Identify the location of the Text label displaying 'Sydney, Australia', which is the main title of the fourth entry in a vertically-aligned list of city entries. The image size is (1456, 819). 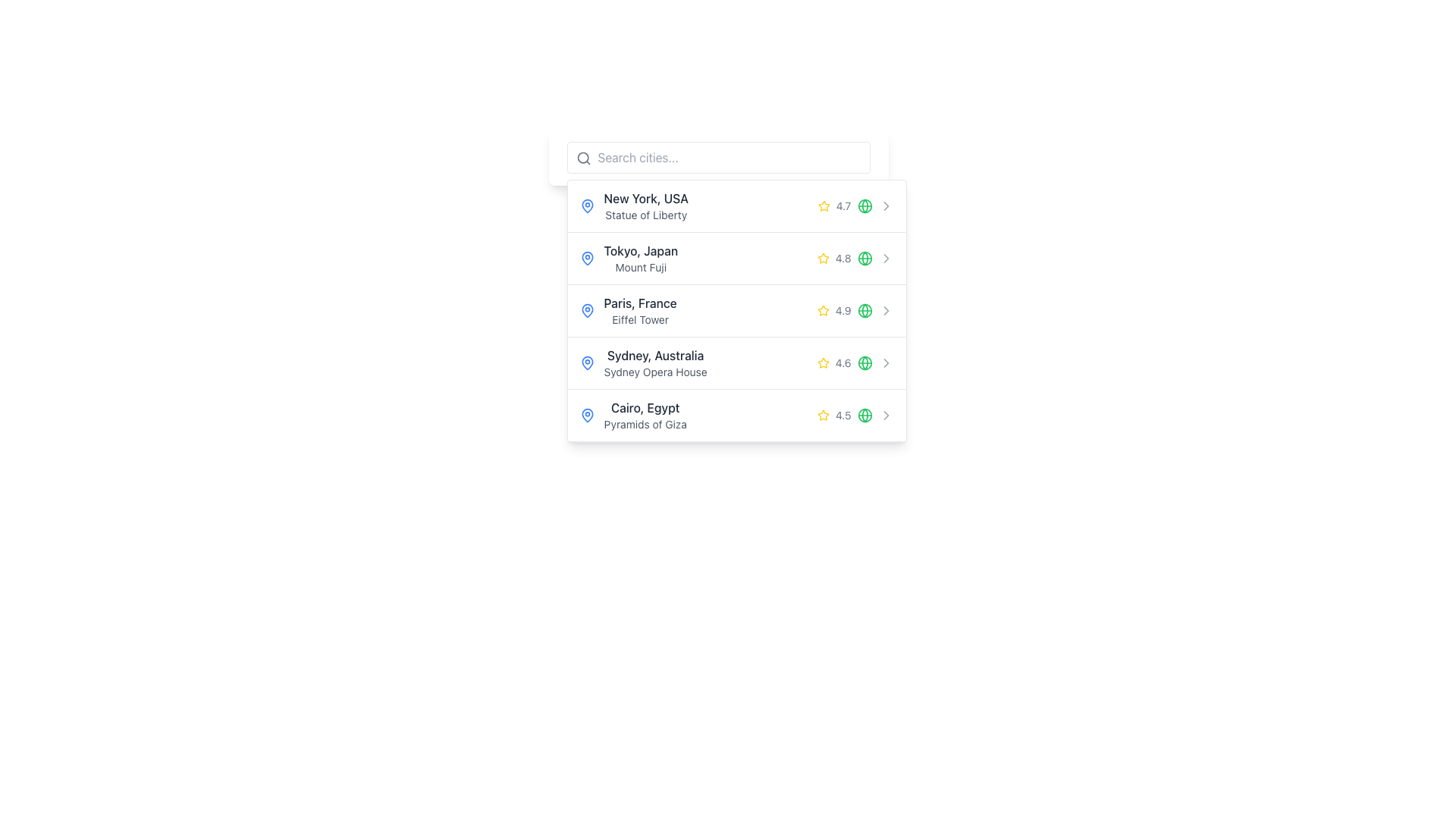
(655, 356).